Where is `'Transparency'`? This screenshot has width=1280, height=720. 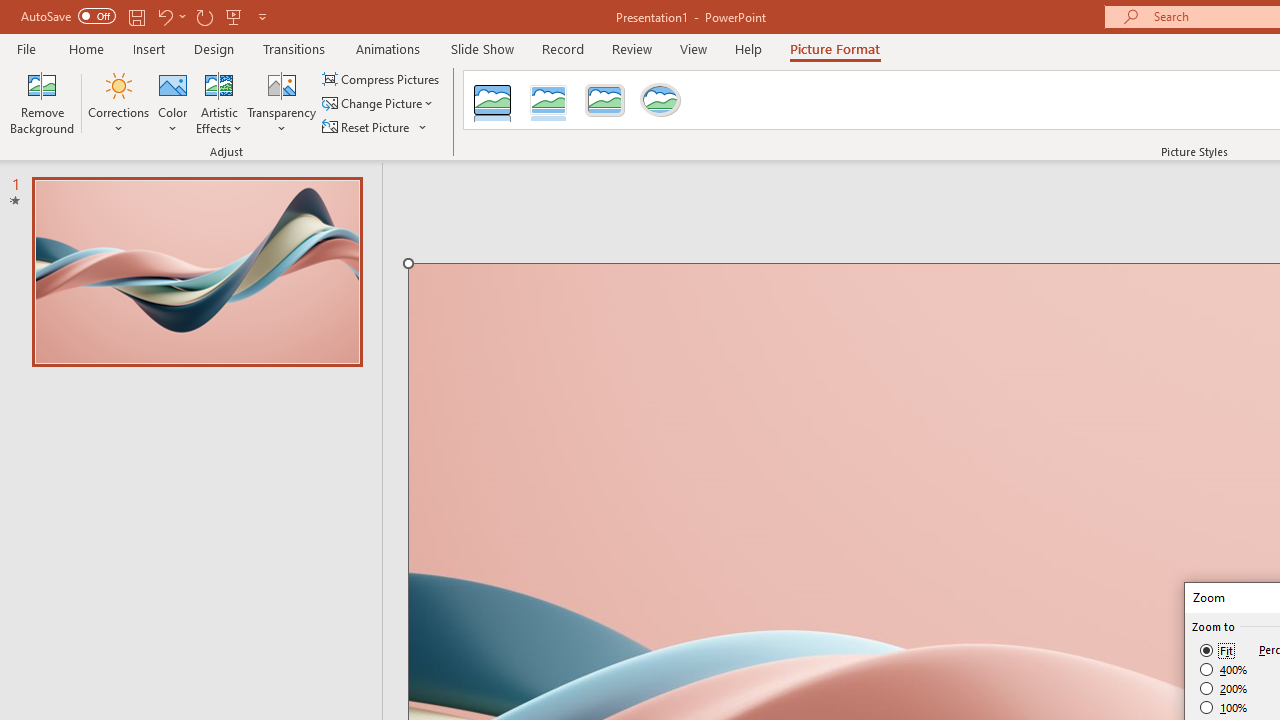
'Transparency' is located at coordinates (280, 103).